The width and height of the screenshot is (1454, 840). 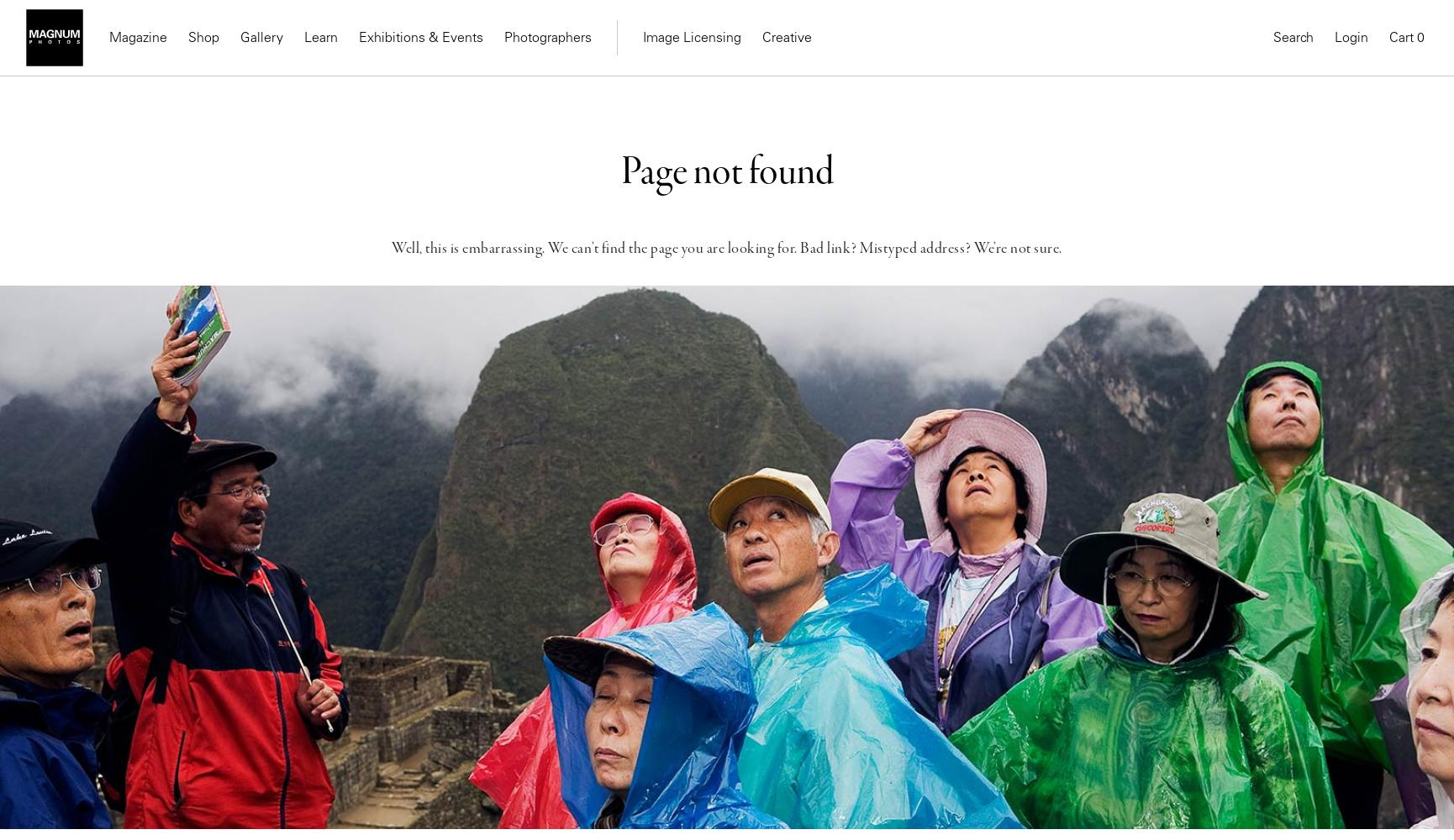 What do you see at coordinates (691, 39) in the screenshot?
I see `'Image Licensing'` at bounding box center [691, 39].